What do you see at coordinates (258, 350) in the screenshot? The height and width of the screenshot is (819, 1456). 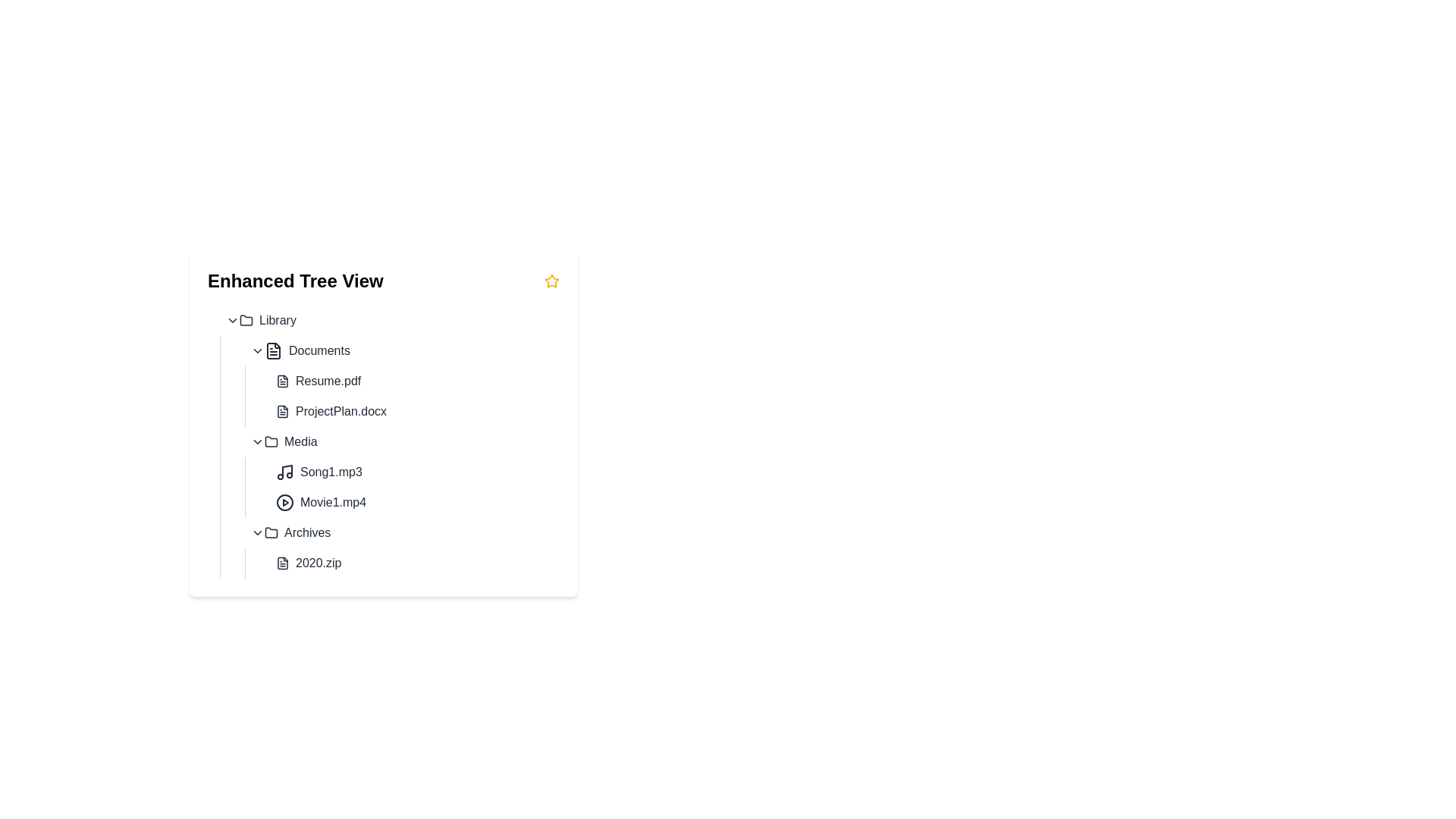 I see `the downward-pointing chevron arrow icon` at bounding box center [258, 350].